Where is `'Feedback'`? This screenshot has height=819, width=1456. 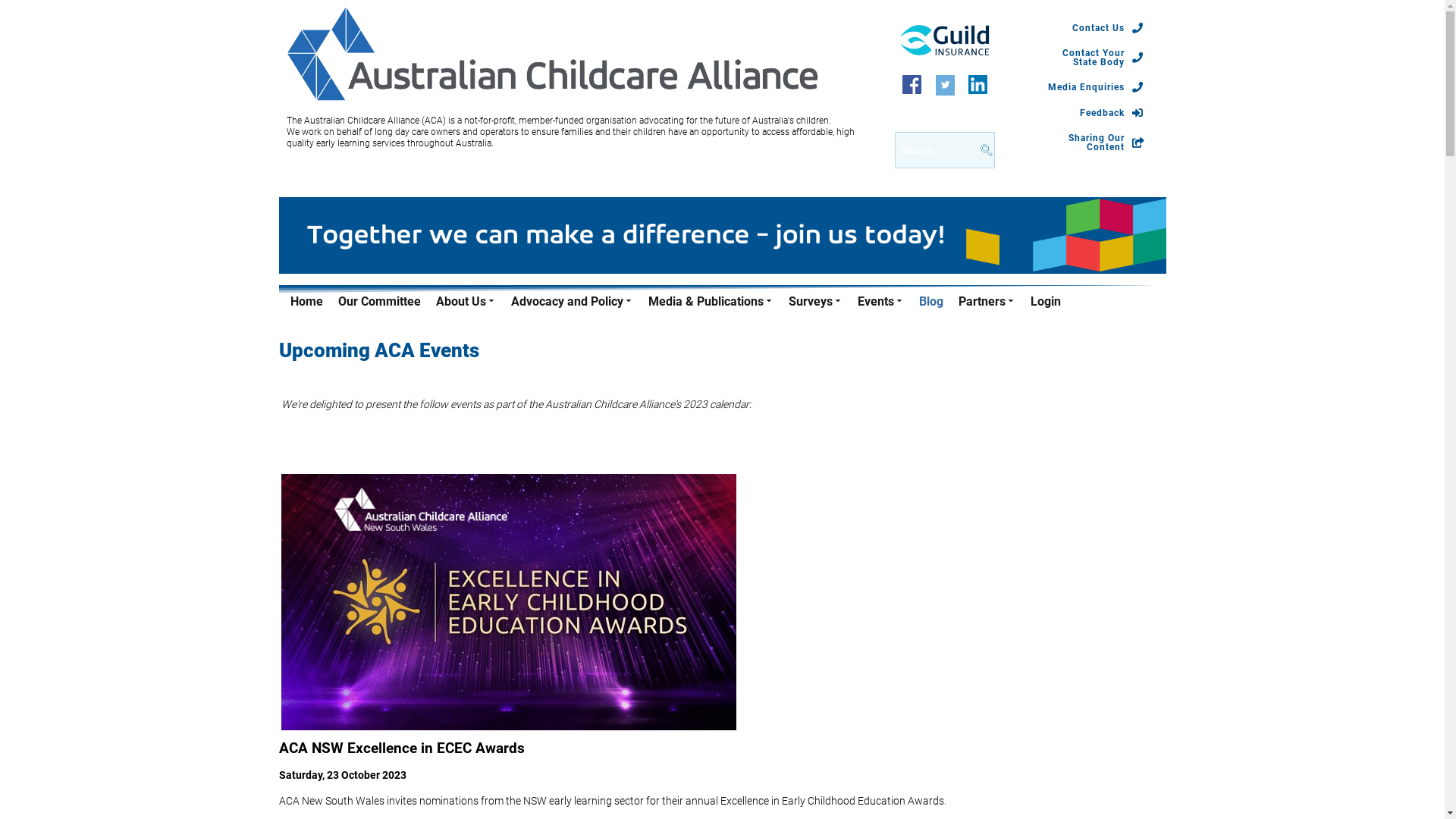 'Feedback' is located at coordinates (1111, 112).